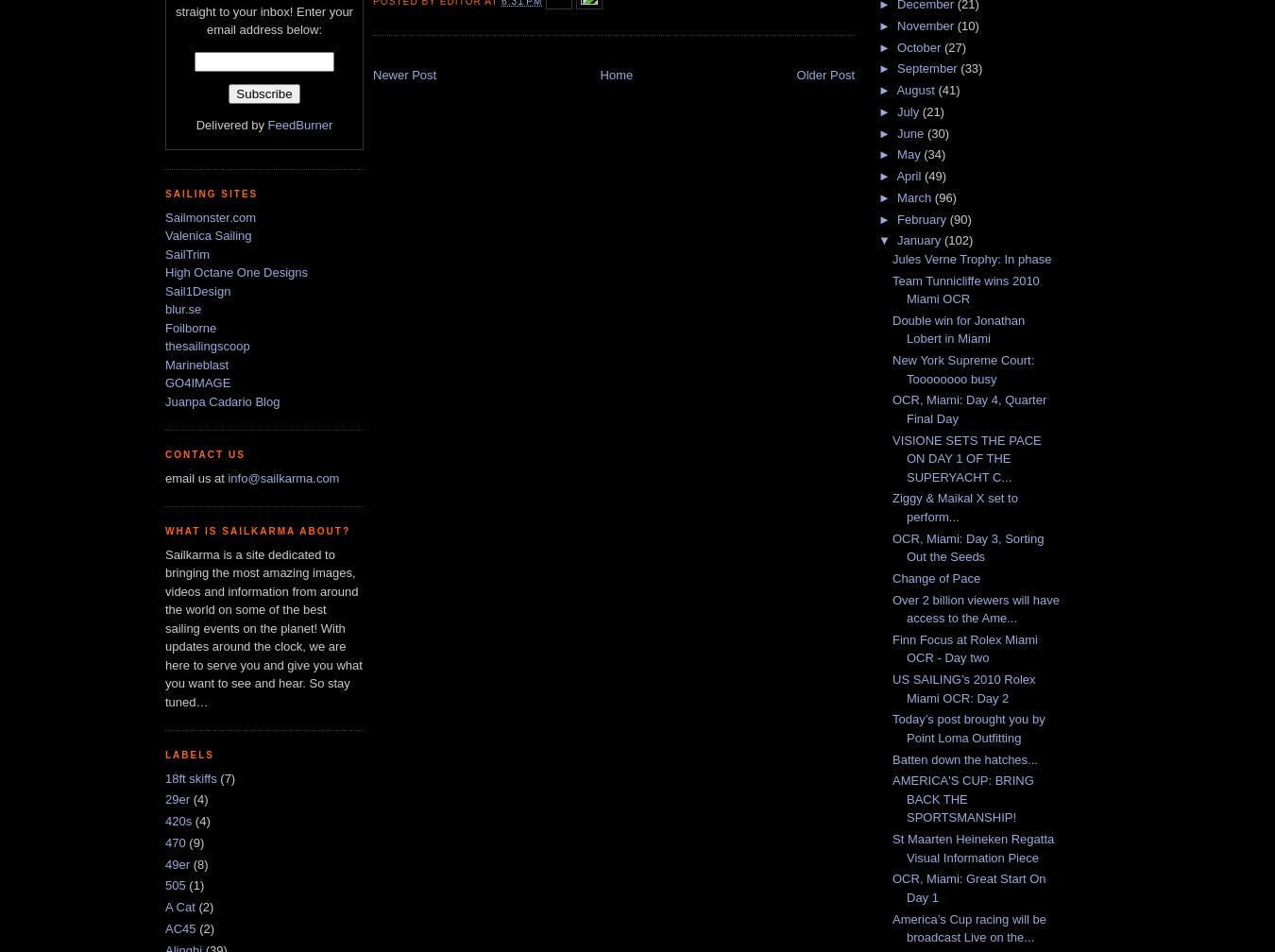 Image resolution: width=1275 pixels, height=952 pixels. Describe the element at coordinates (969, 927) in the screenshot. I see `'America’s Cup racing will be broadcast Live on the...'` at that location.